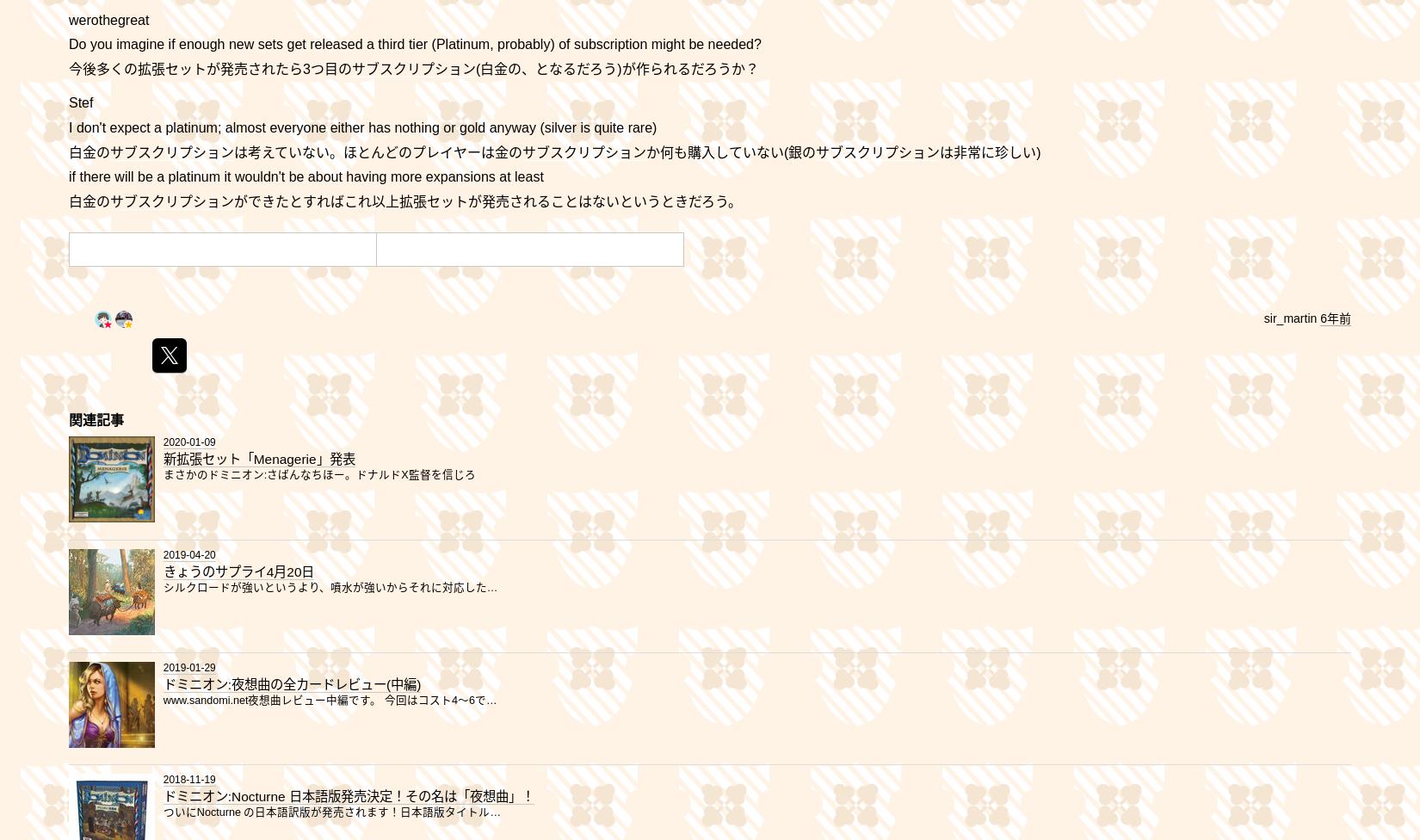 This screenshot has width=1420, height=840. What do you see at coordinates (329, 700) in the screenshot?
I see `'www.sandomi.net夜想曲レビュー中編です。 今回はコスト4～6で…'` at bounding box center [329, 700].